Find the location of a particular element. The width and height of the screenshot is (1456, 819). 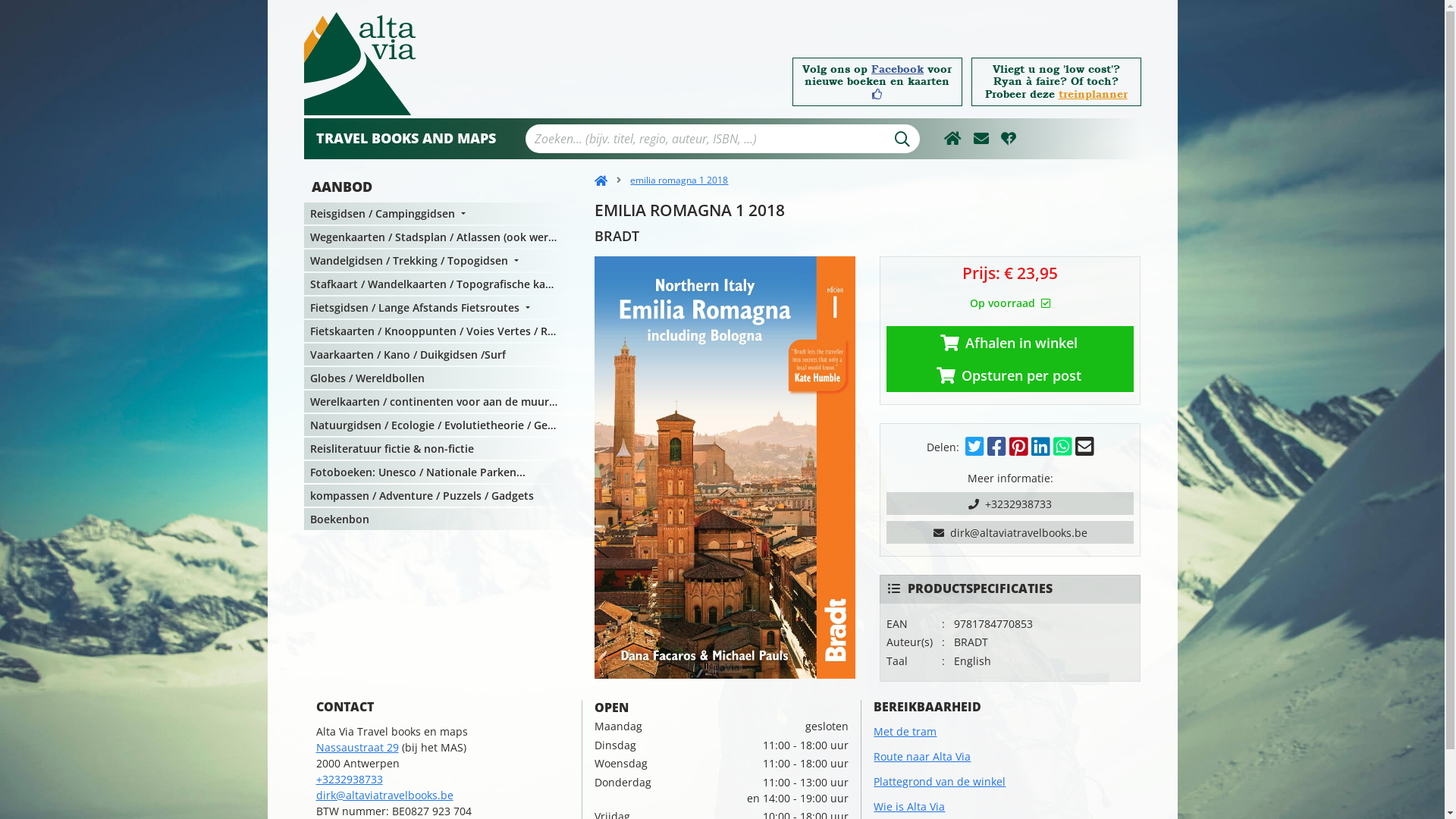

'Fotoboeken: Unesco / Nationale Parken...' is located at coordinates (436, 471).